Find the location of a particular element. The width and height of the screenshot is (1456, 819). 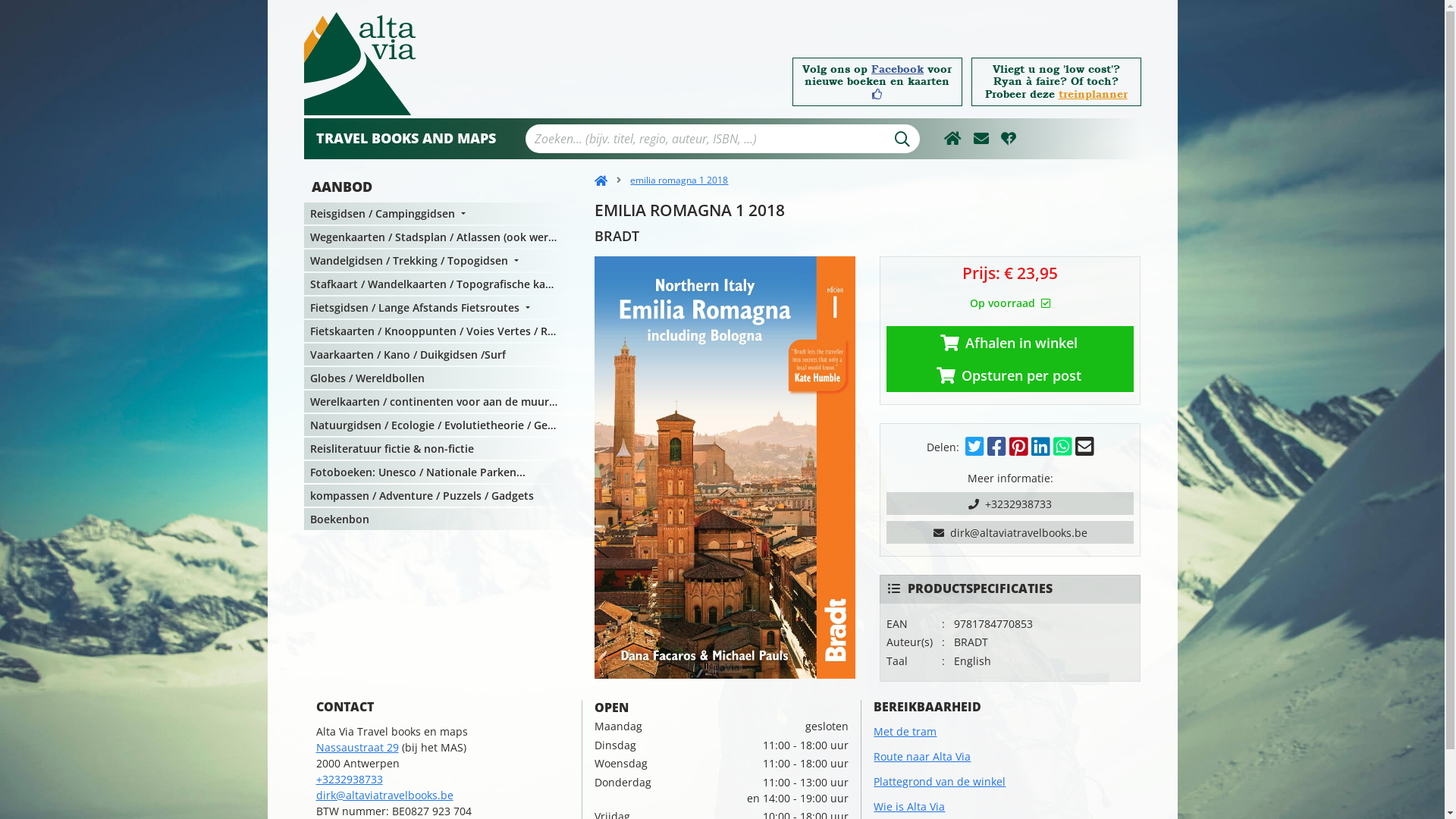

'Fotoboeken: Unesco / Nationale Parken...' is located at coordinates (436, 471).